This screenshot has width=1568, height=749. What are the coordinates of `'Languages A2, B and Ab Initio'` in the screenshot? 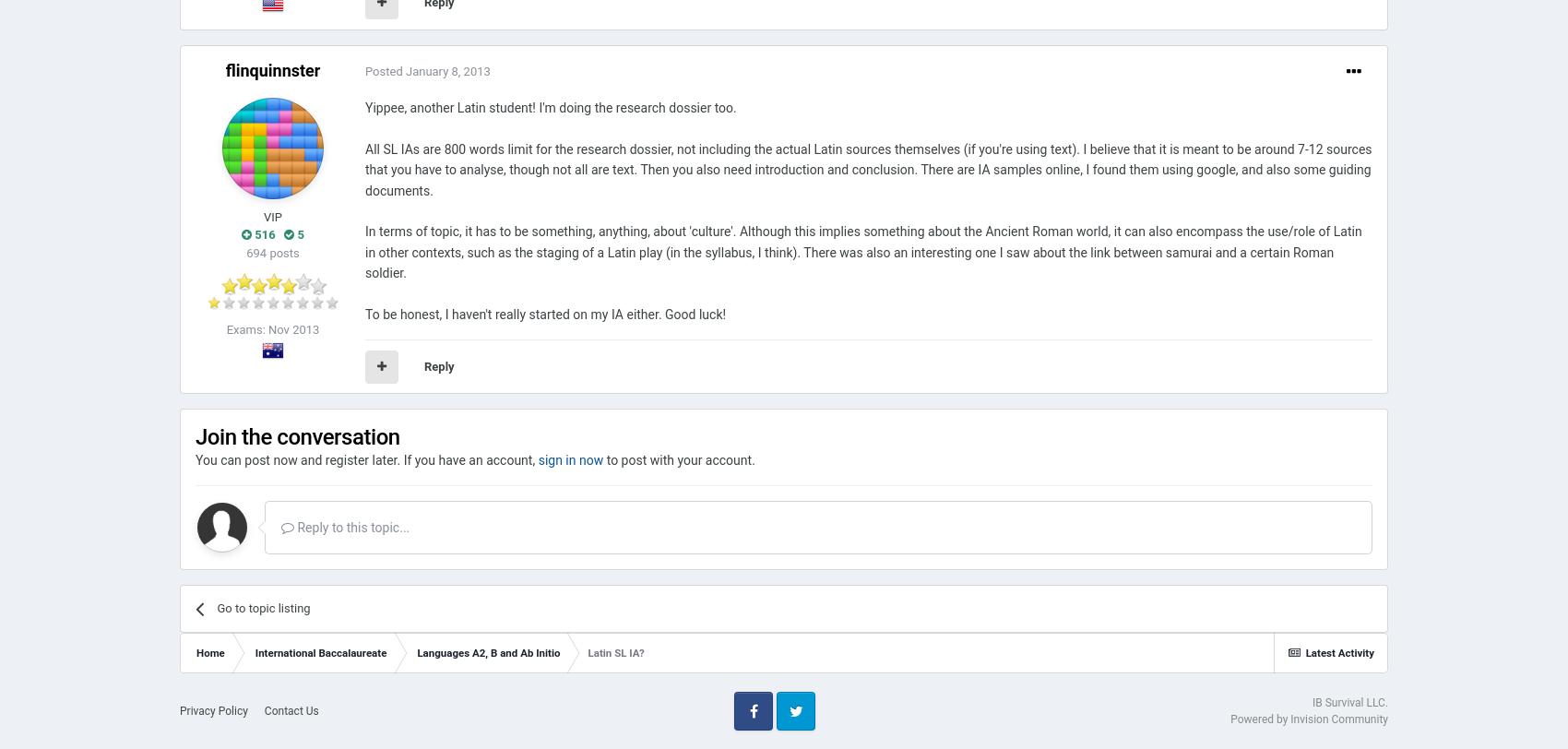 It's located at (417, 652).